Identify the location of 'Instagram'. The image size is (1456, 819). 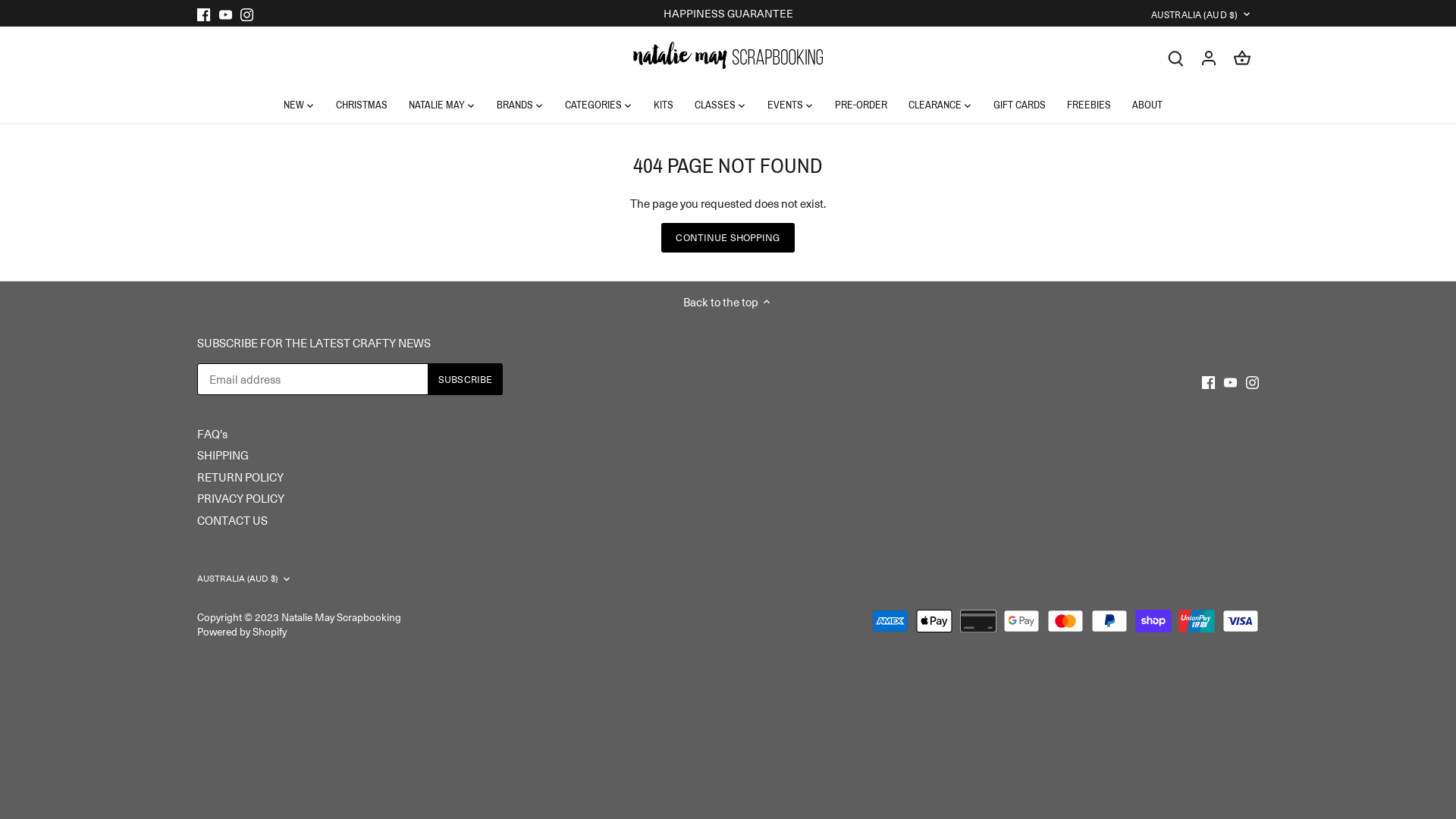
(246, 13).